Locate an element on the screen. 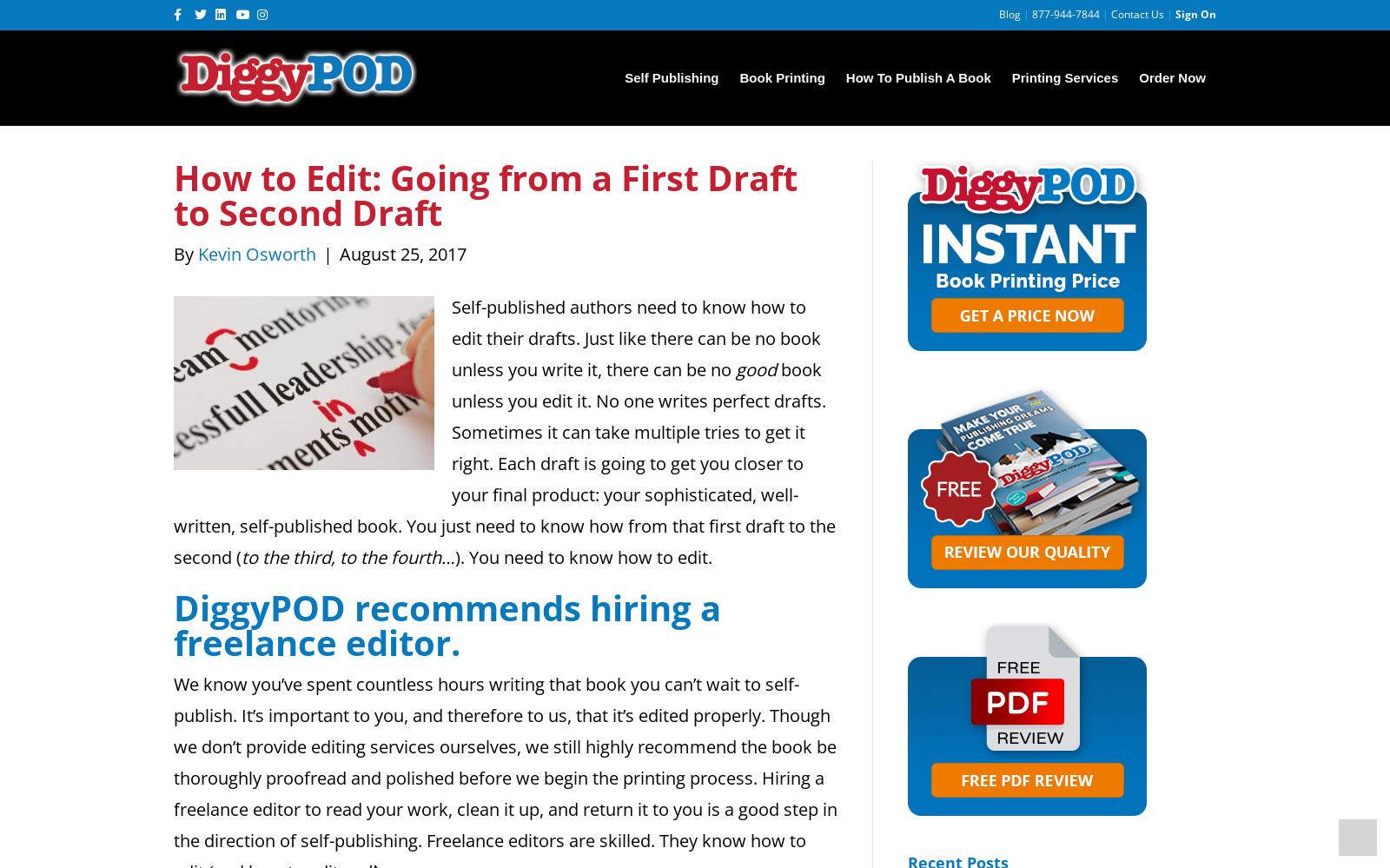  '). You need to know how to edit.' is located at coordinates (584, 556).